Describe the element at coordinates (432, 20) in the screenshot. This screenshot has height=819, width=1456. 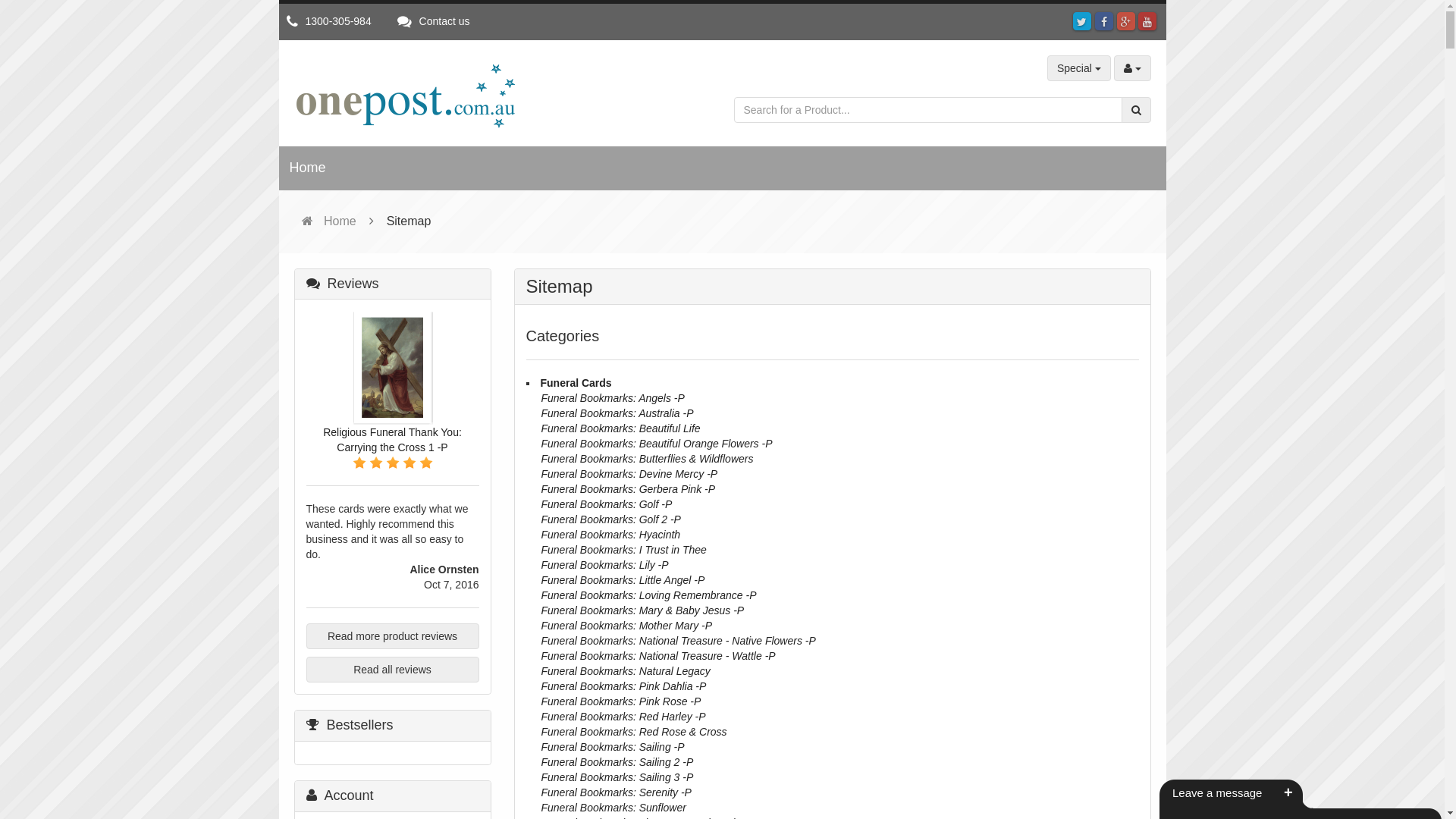
I see `'Contact us'` at that location.